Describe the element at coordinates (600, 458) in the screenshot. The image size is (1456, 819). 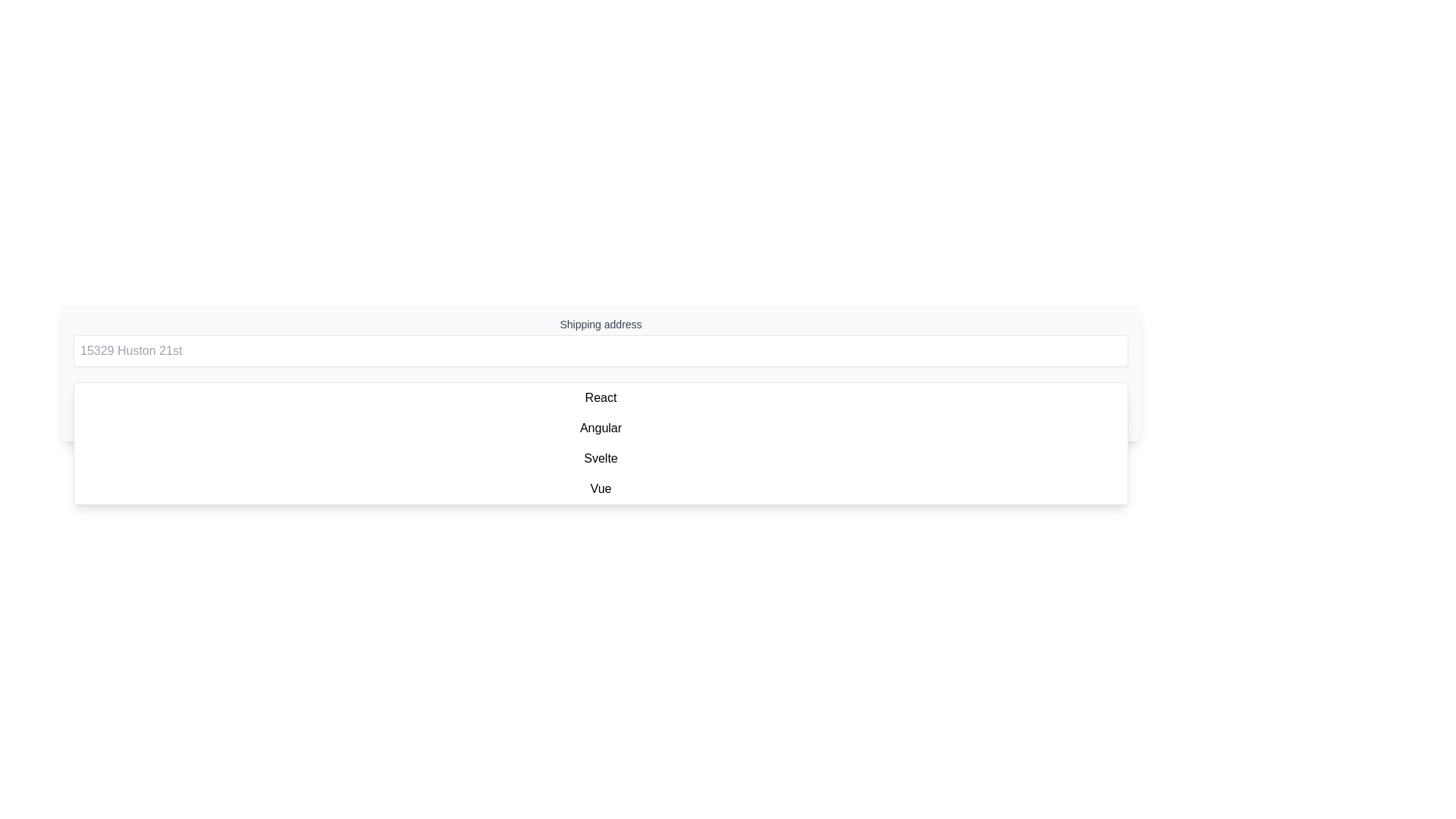
I see `the third selectable list item in the dropdown menu` at that location.